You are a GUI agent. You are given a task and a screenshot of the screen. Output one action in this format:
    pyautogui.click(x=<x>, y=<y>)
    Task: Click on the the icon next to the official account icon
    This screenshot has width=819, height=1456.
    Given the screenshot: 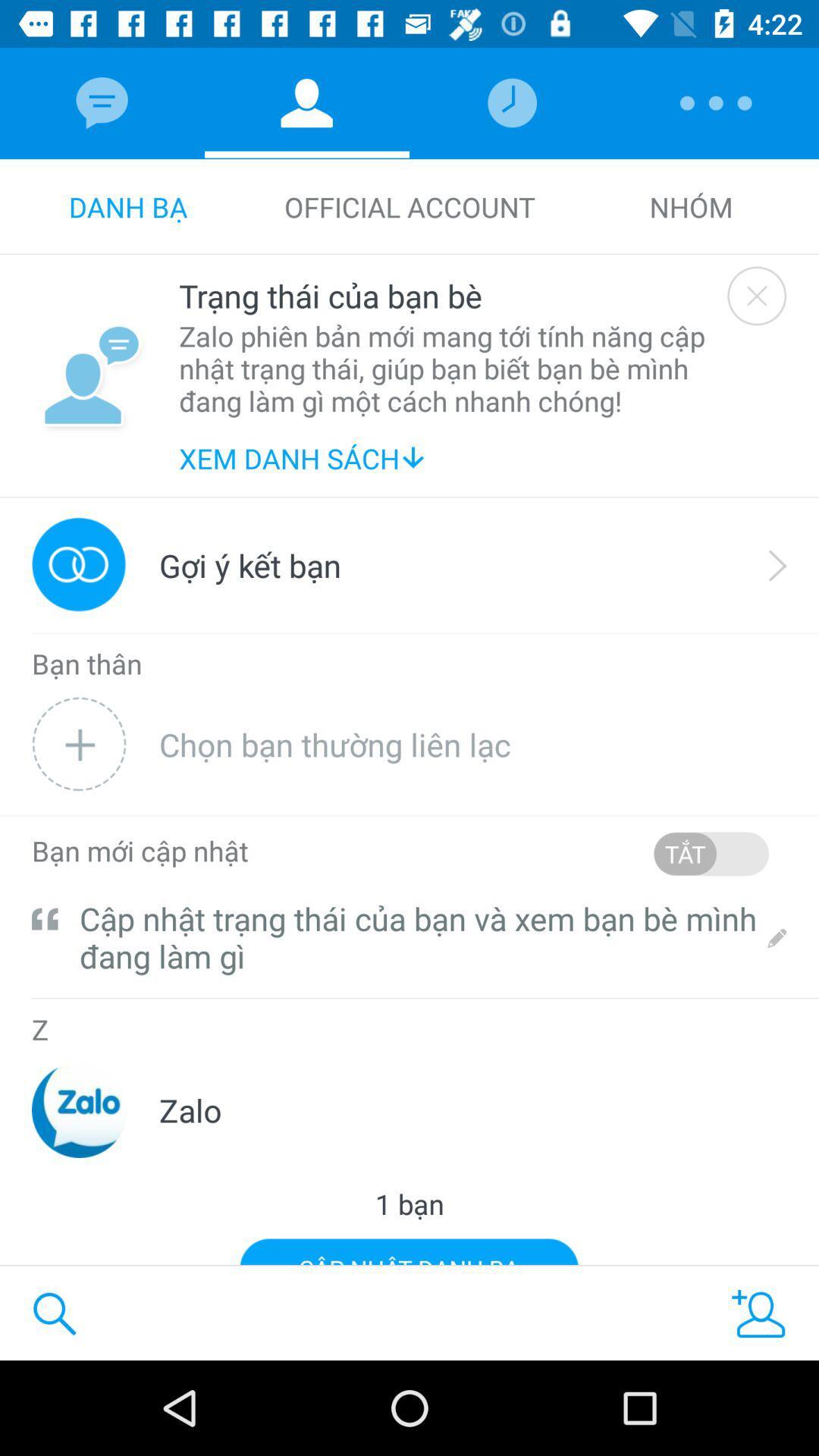 What is the action you would take?
    pyautogui.click(x=691, y=206)
    